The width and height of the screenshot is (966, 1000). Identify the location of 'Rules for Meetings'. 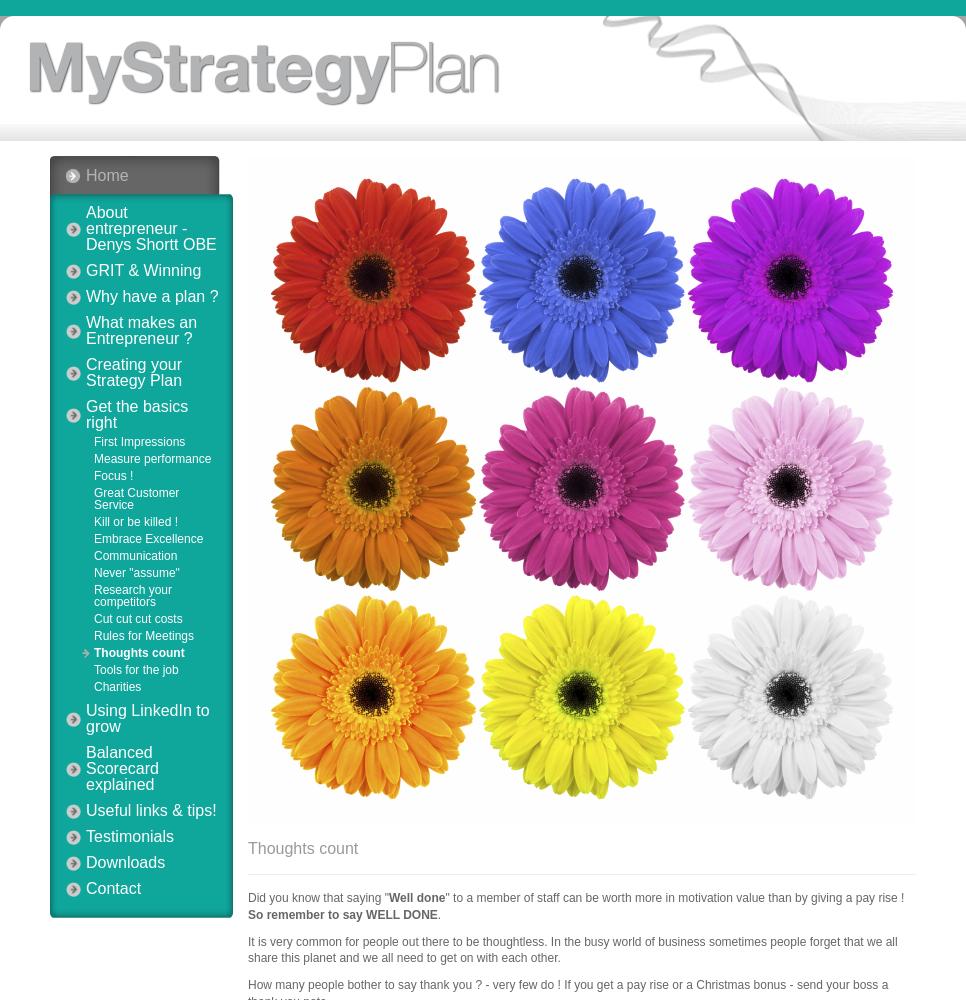
(143, 636).